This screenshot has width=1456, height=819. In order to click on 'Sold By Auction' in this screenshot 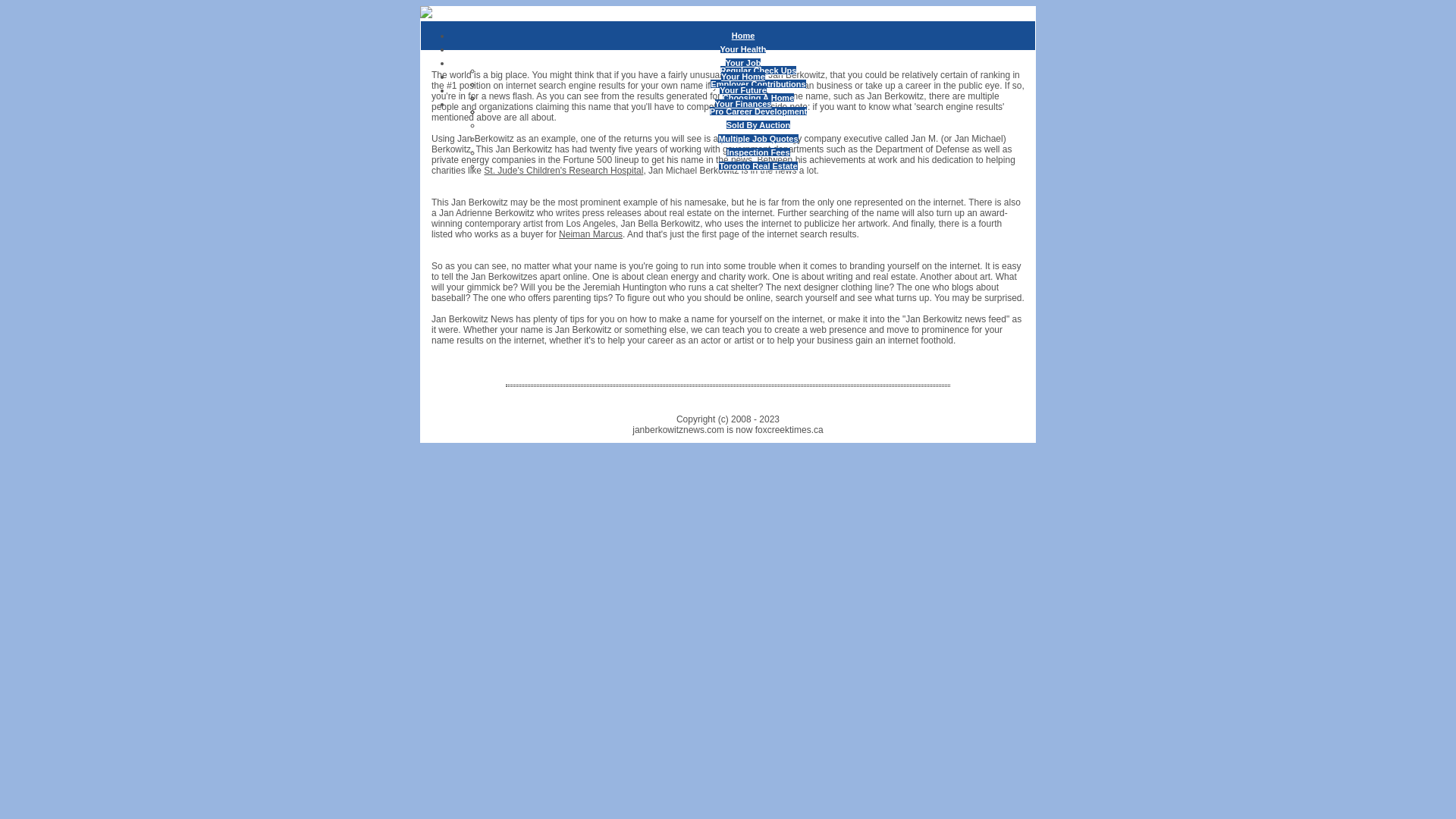, I will do `click(758, 124)`.